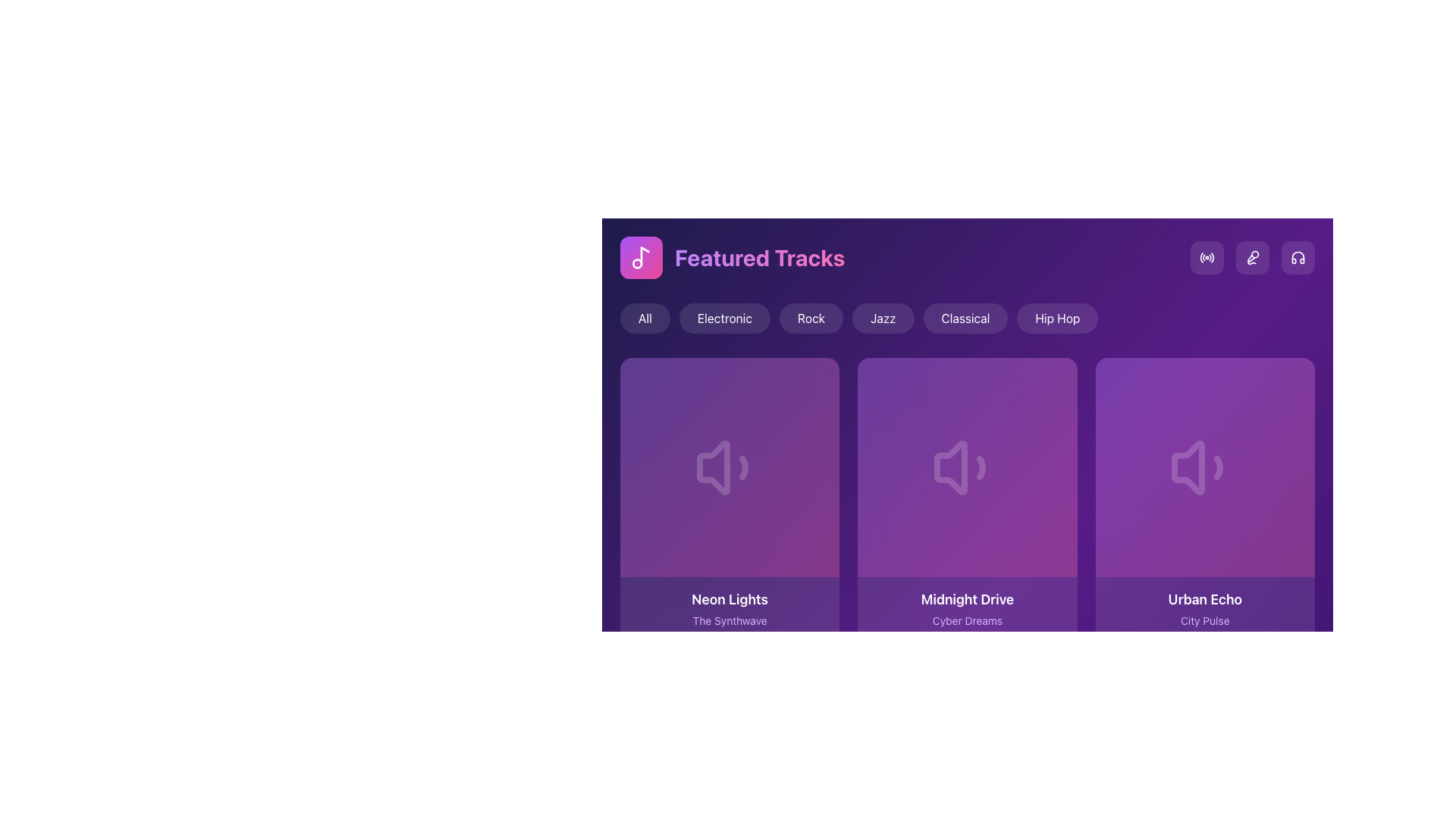 This screenshot has height=819, width=1456. I want to click on the category filter button located below the 'Featured Tracks' heading and to the left of the 'Electronic' button for accessibility navigation, so click(645, 318).